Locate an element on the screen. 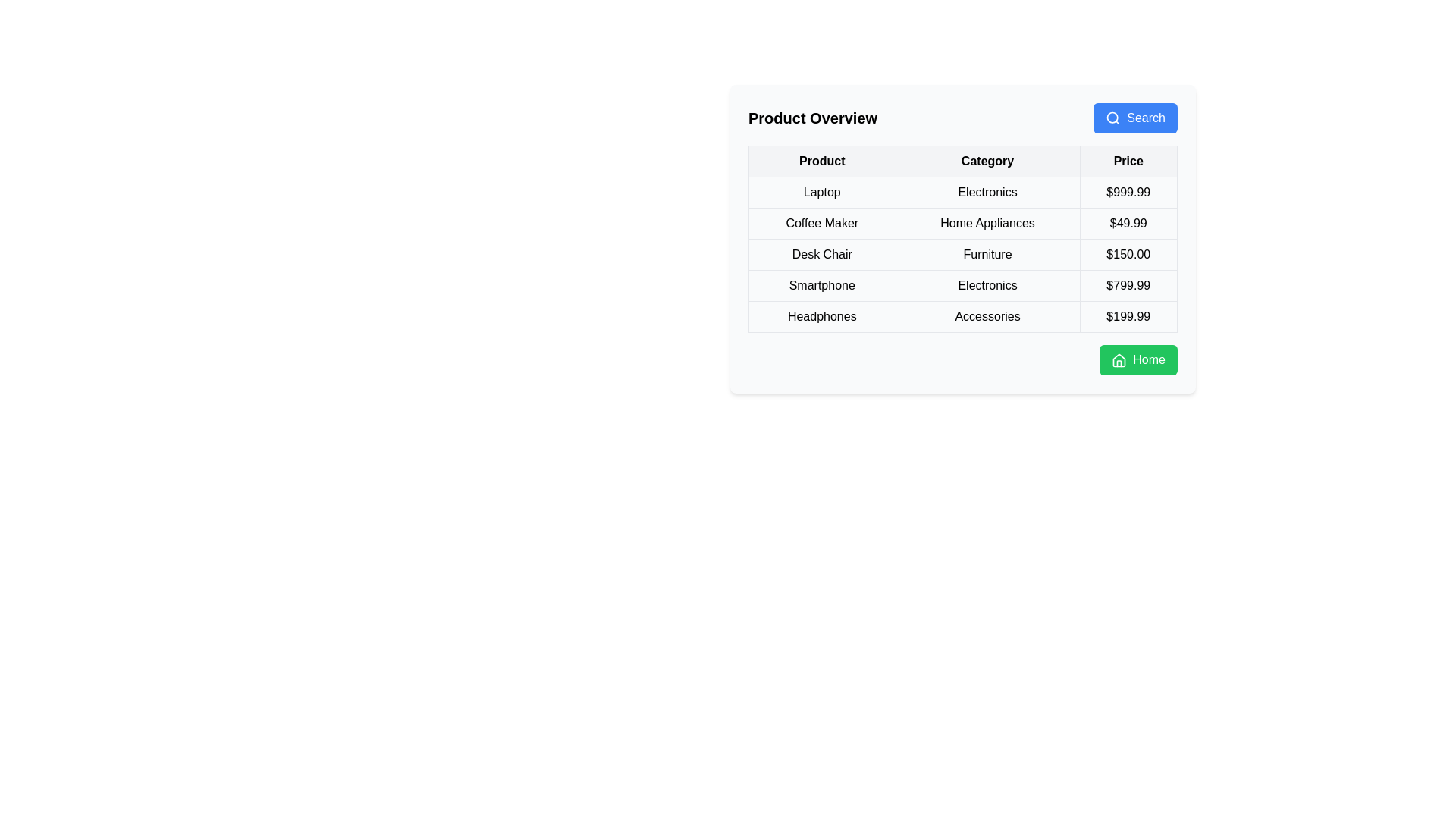 The image size is (1456, 819). the static text cell displaying 'Accessories' in the 'Category' column of the table, which is styled in plain black font on a light background and is positioned slightly right of center is located at coordinates (987, 315).